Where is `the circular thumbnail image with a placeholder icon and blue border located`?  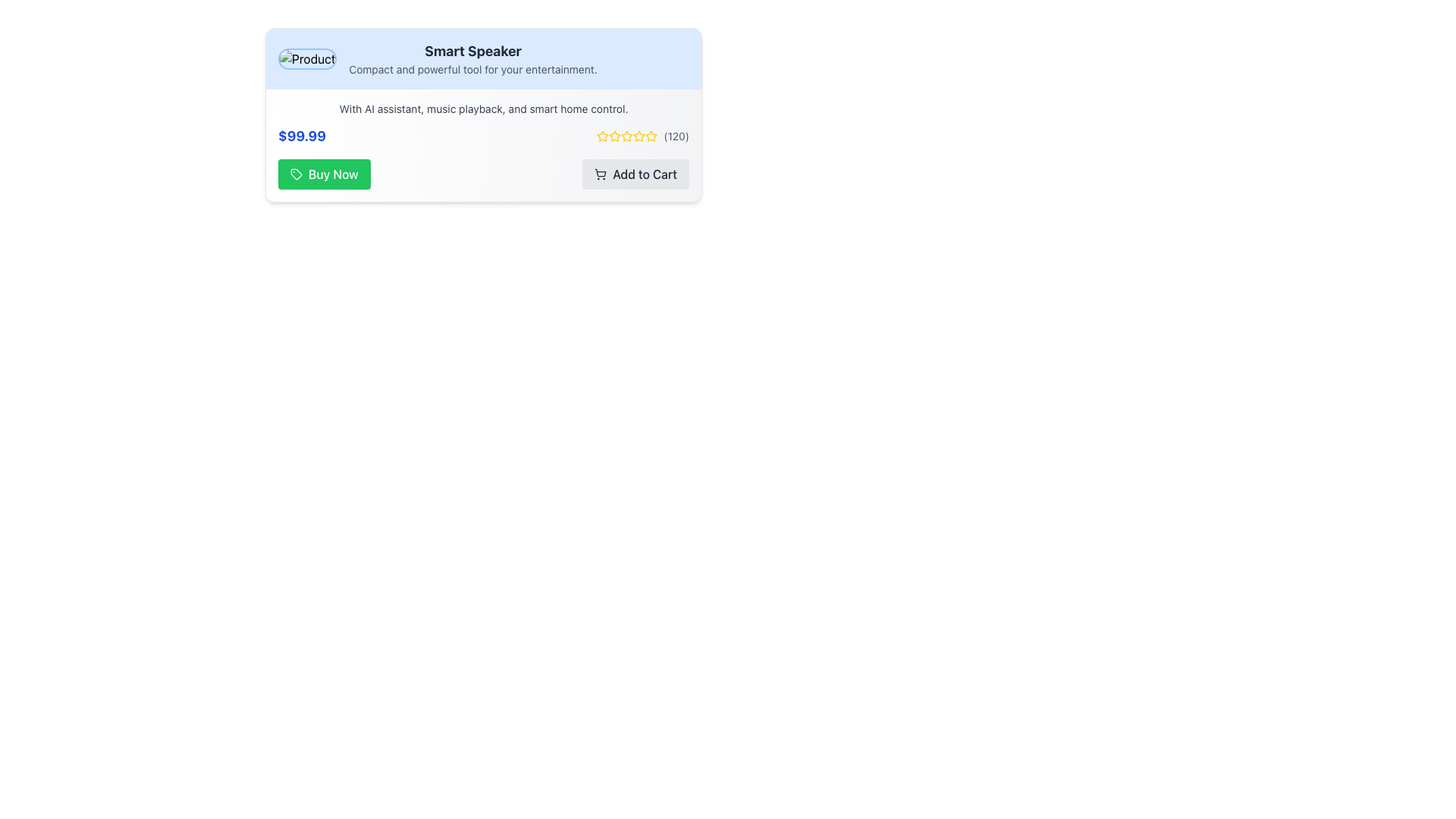
the circular thumbnail image with a placeholder icon and blue border located is located at coordinates (306, 58).